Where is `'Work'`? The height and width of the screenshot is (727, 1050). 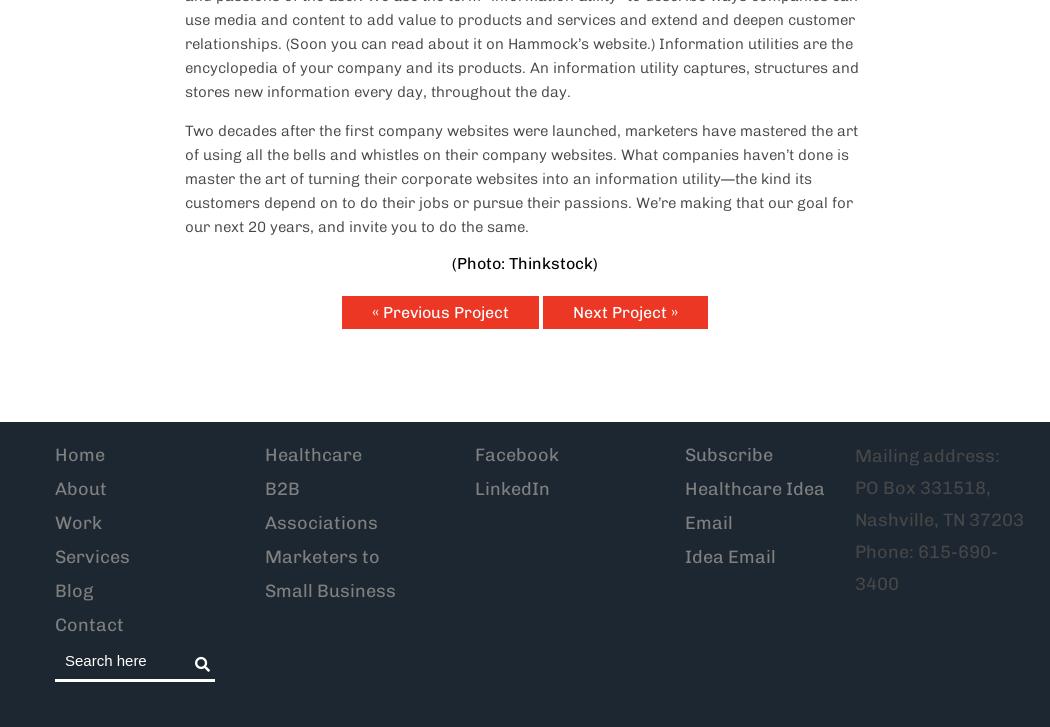
'Work' is located at coordinates (78, 522).